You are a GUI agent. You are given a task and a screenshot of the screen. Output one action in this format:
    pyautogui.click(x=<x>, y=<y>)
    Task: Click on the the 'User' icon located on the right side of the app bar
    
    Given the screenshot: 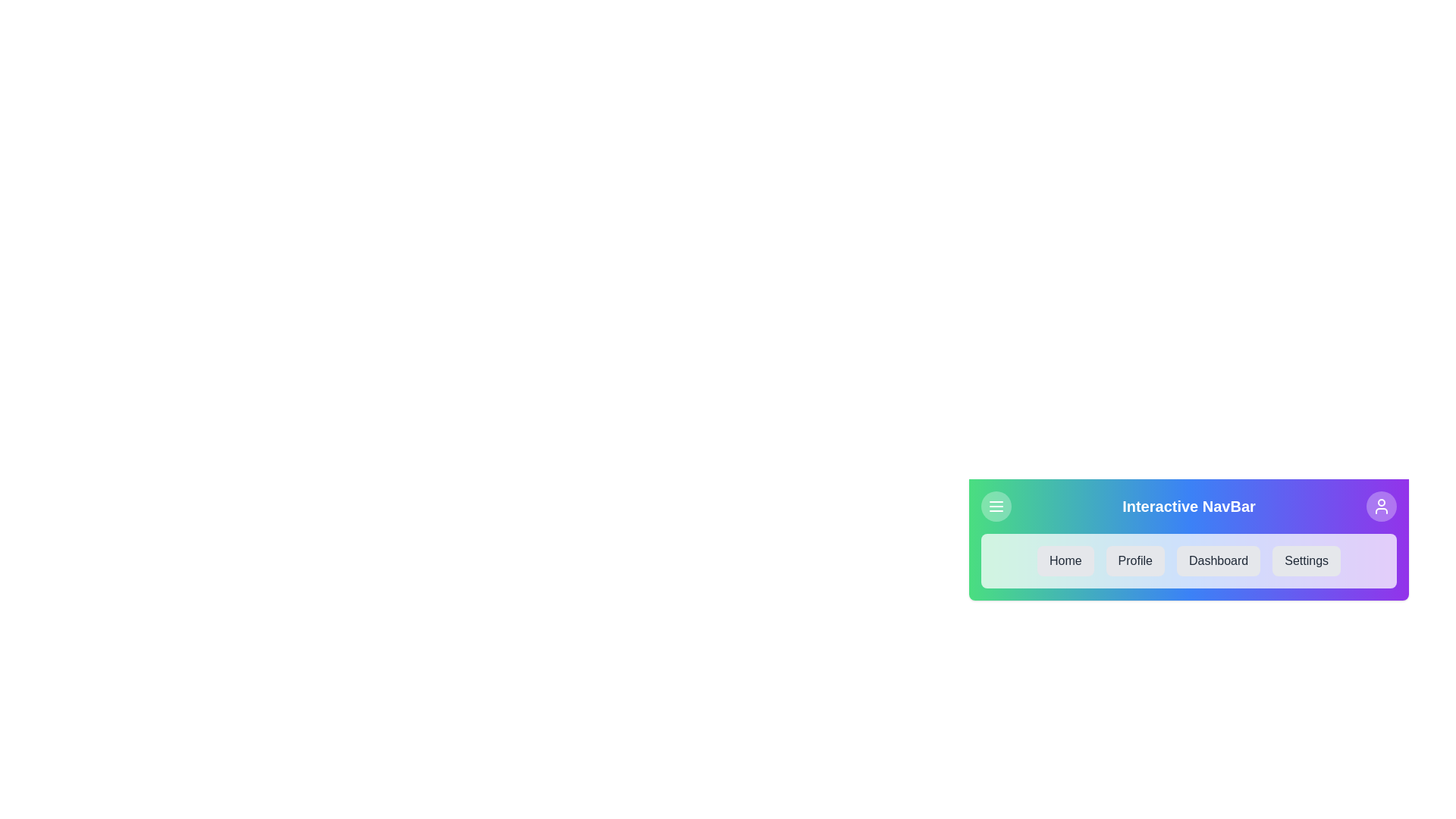 What is the action you would take?
    pyautogui.click(x=1382, y=506)
    